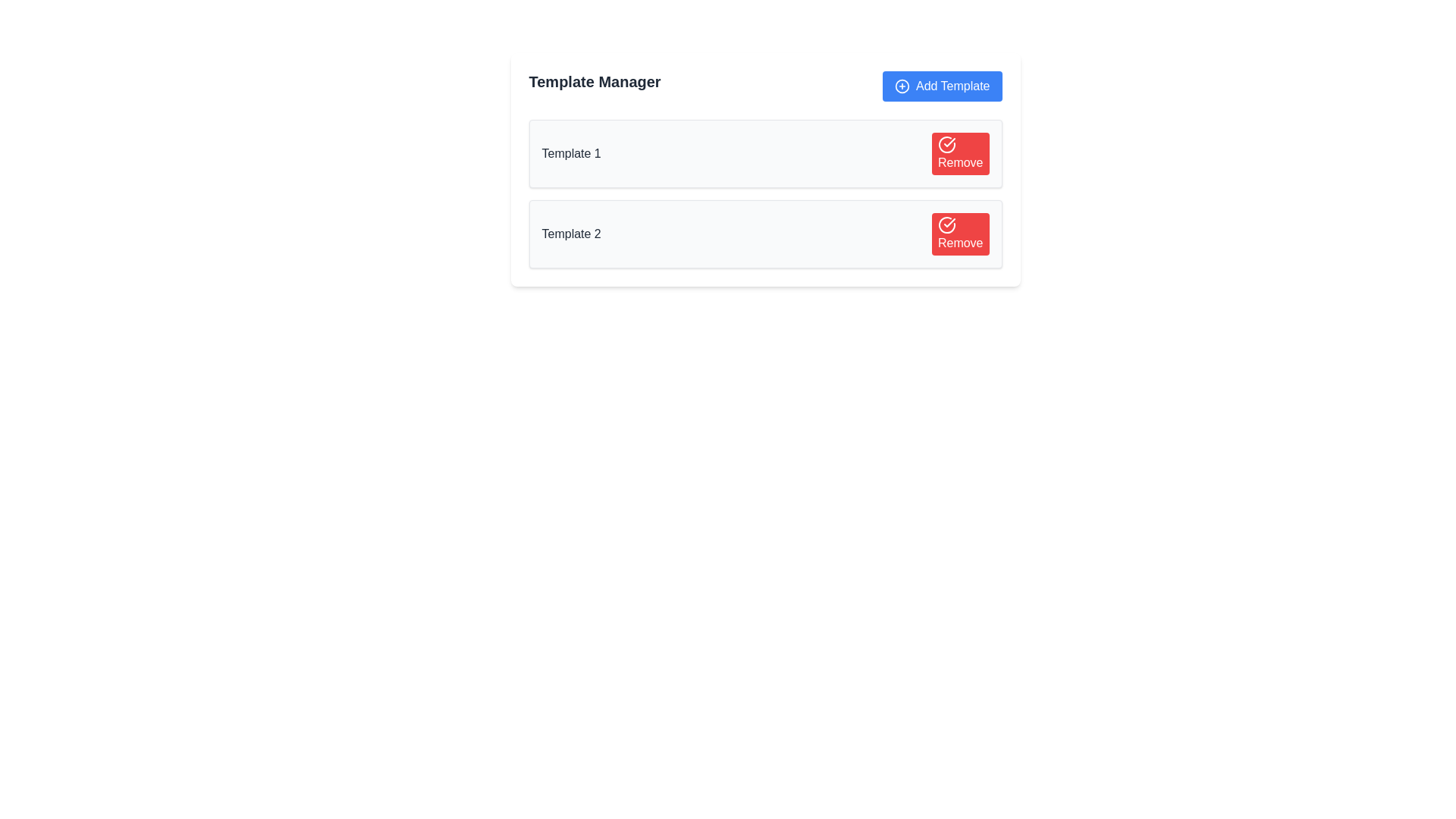 The image size is (1456, 819). I want to click on the checkmark icon located within the red 'Remove' button next to the 'Template 1' entry, so click(949, 222).